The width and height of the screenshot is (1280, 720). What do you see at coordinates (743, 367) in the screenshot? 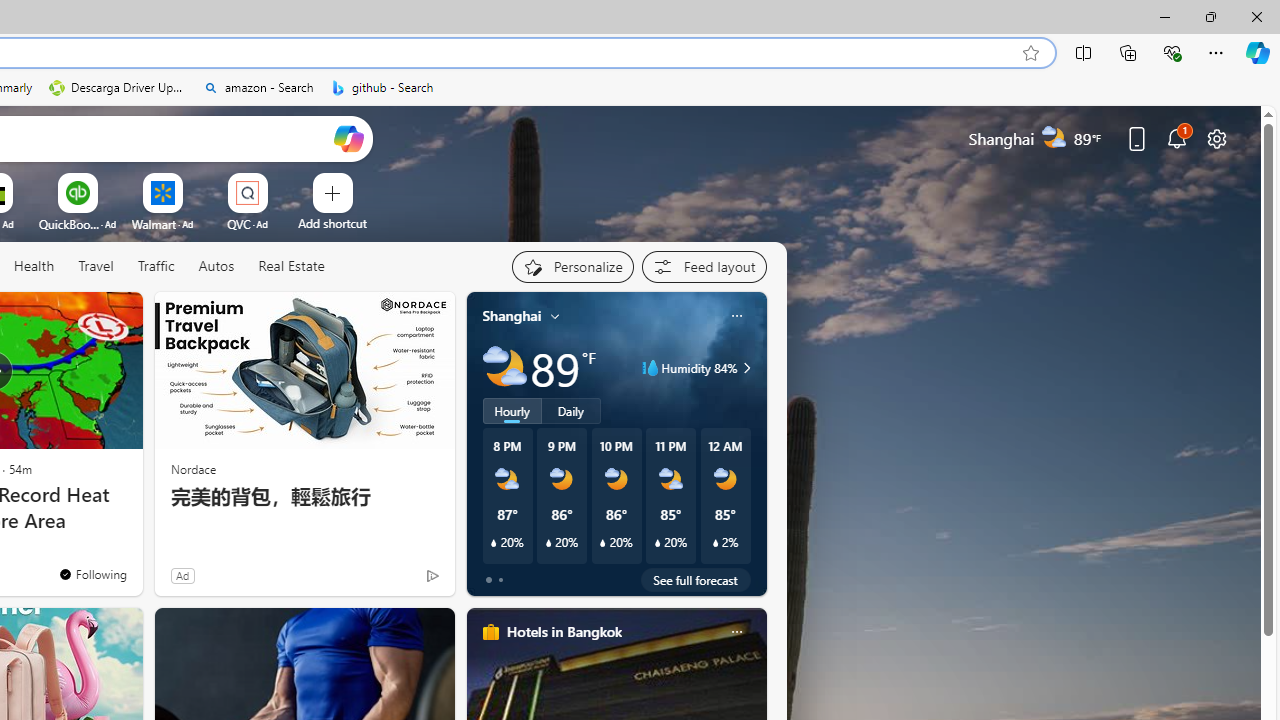
I see `'Humidity 84%'` at bounding box center [743, 367].